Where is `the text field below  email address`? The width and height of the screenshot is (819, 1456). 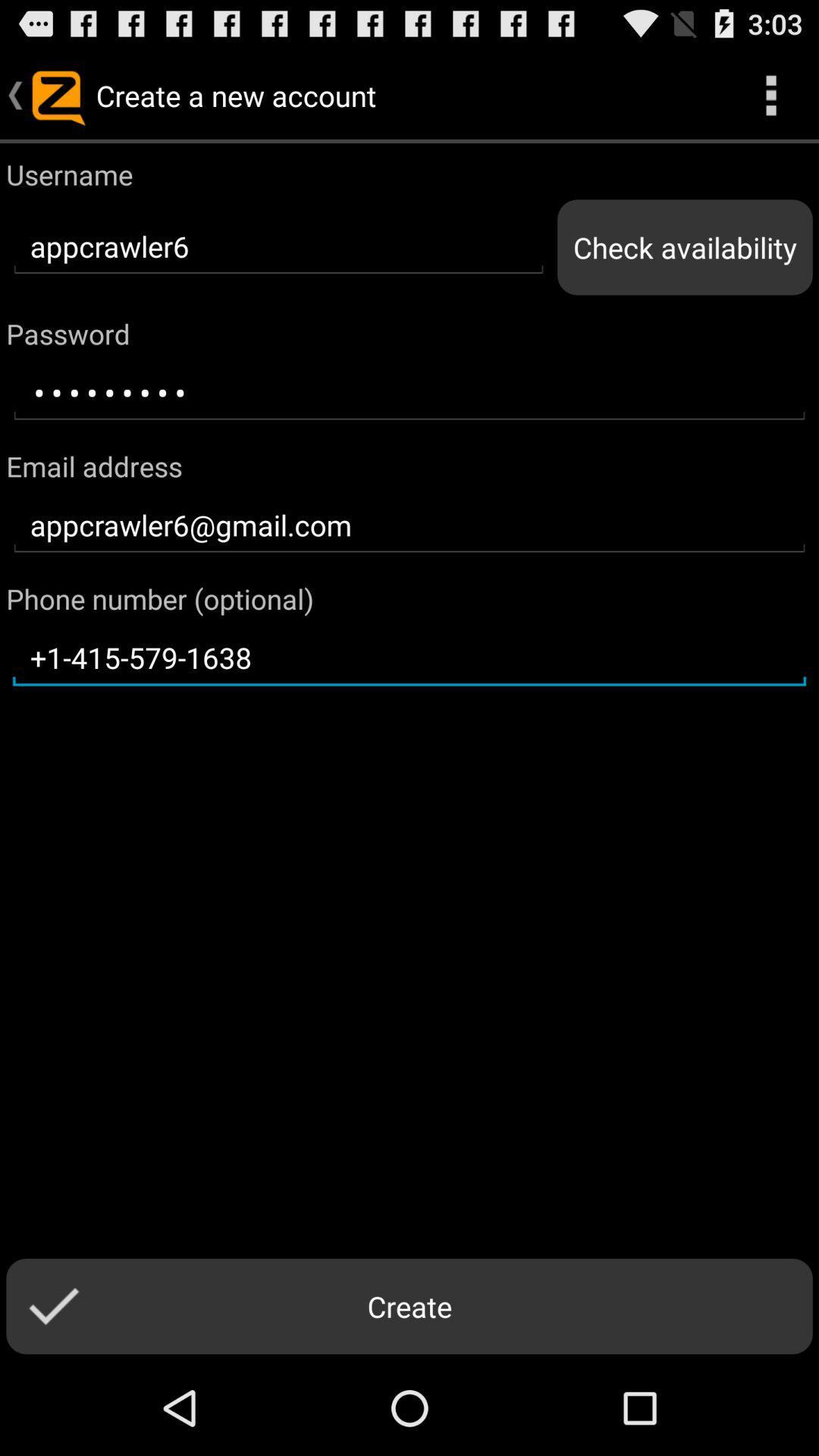 the text field below  email address is located at coordinates (409, 526).